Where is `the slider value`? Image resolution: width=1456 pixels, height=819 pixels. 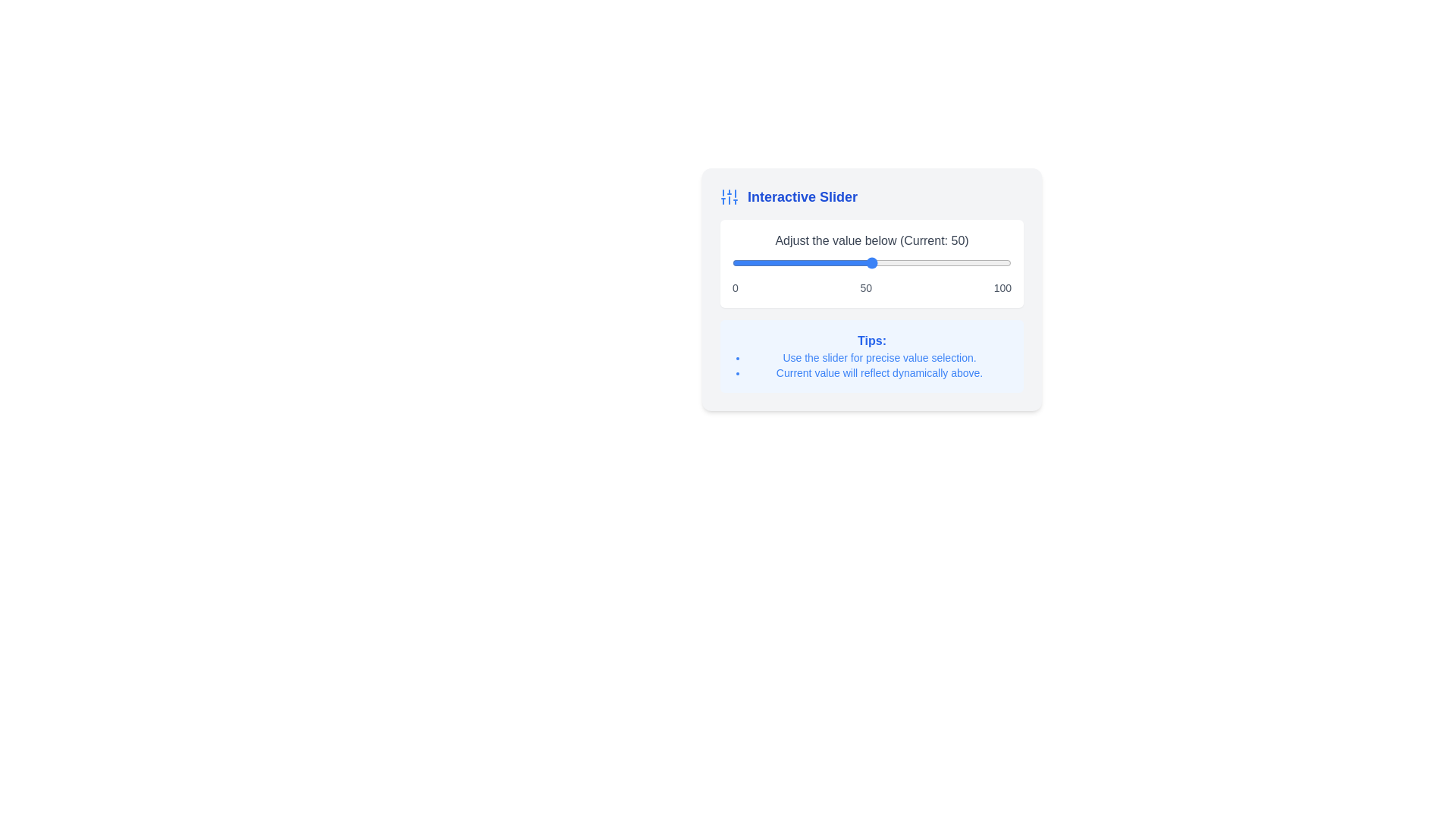
the slider value is located at coordinates (804, 262).